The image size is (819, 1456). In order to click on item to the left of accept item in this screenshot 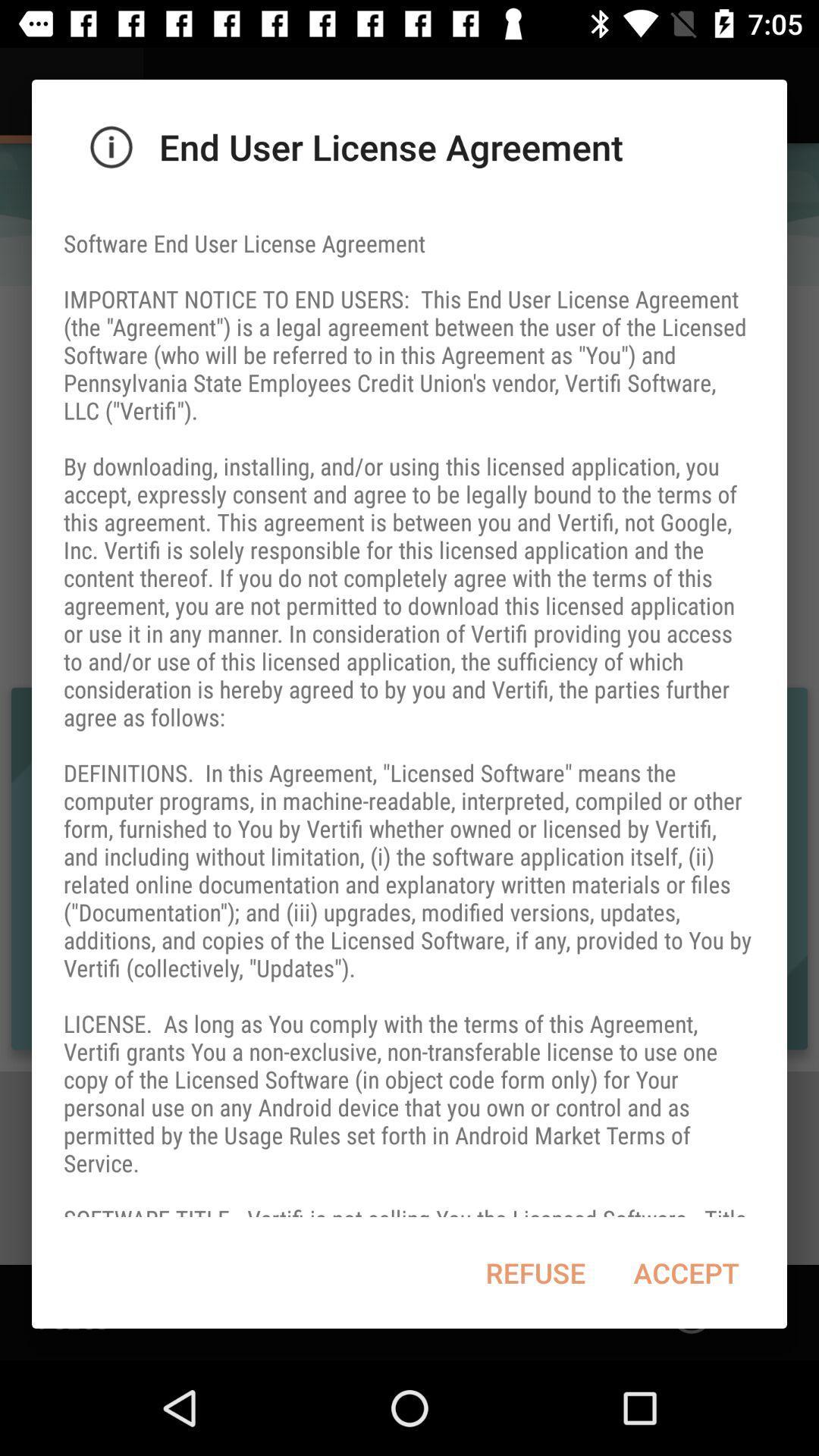, I will do `click(535, 1272)`.